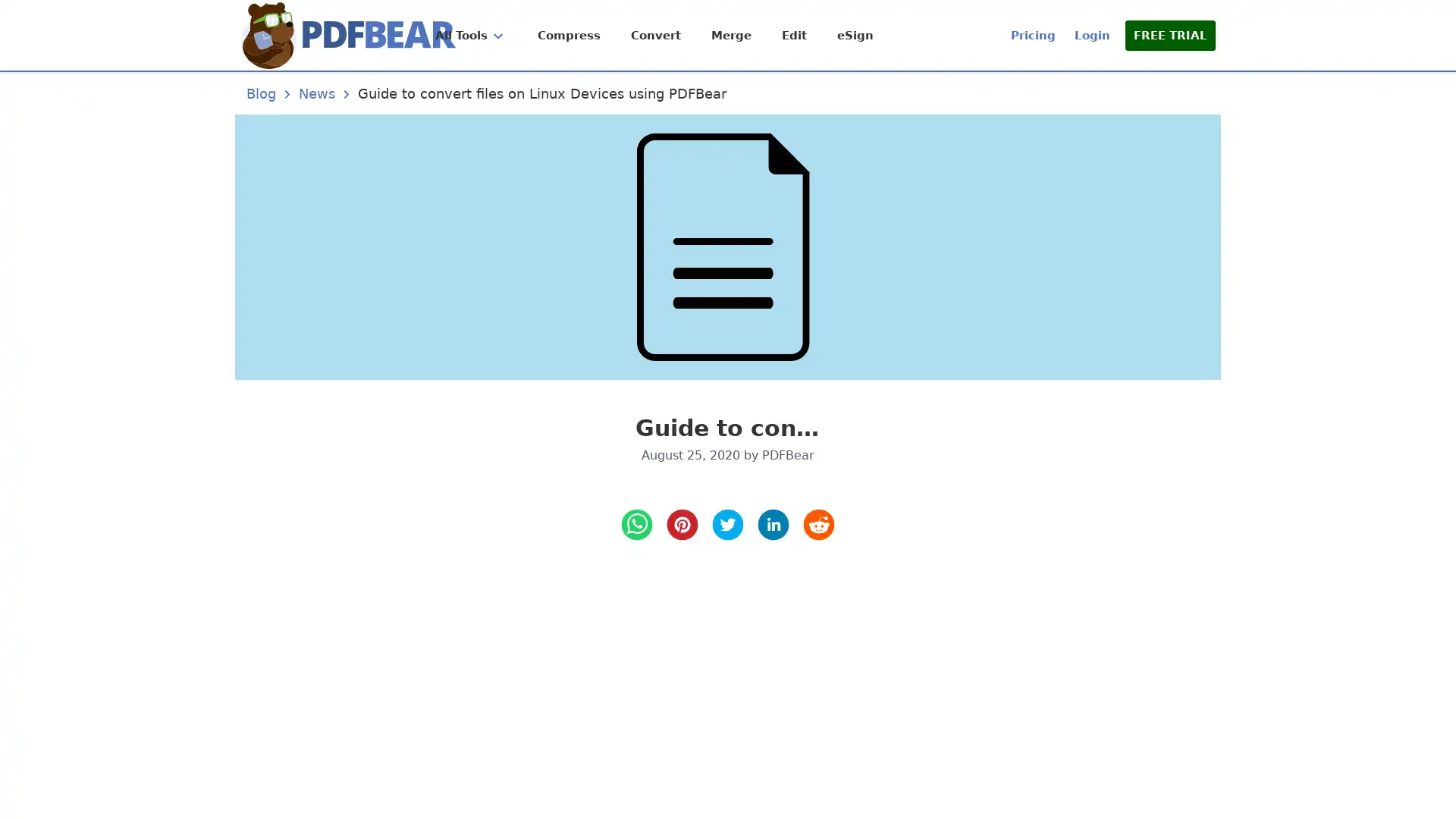  What do you see at coordinates (730, 34) in the screenshot?
I see `Merge` at bounding box center [730, 34].